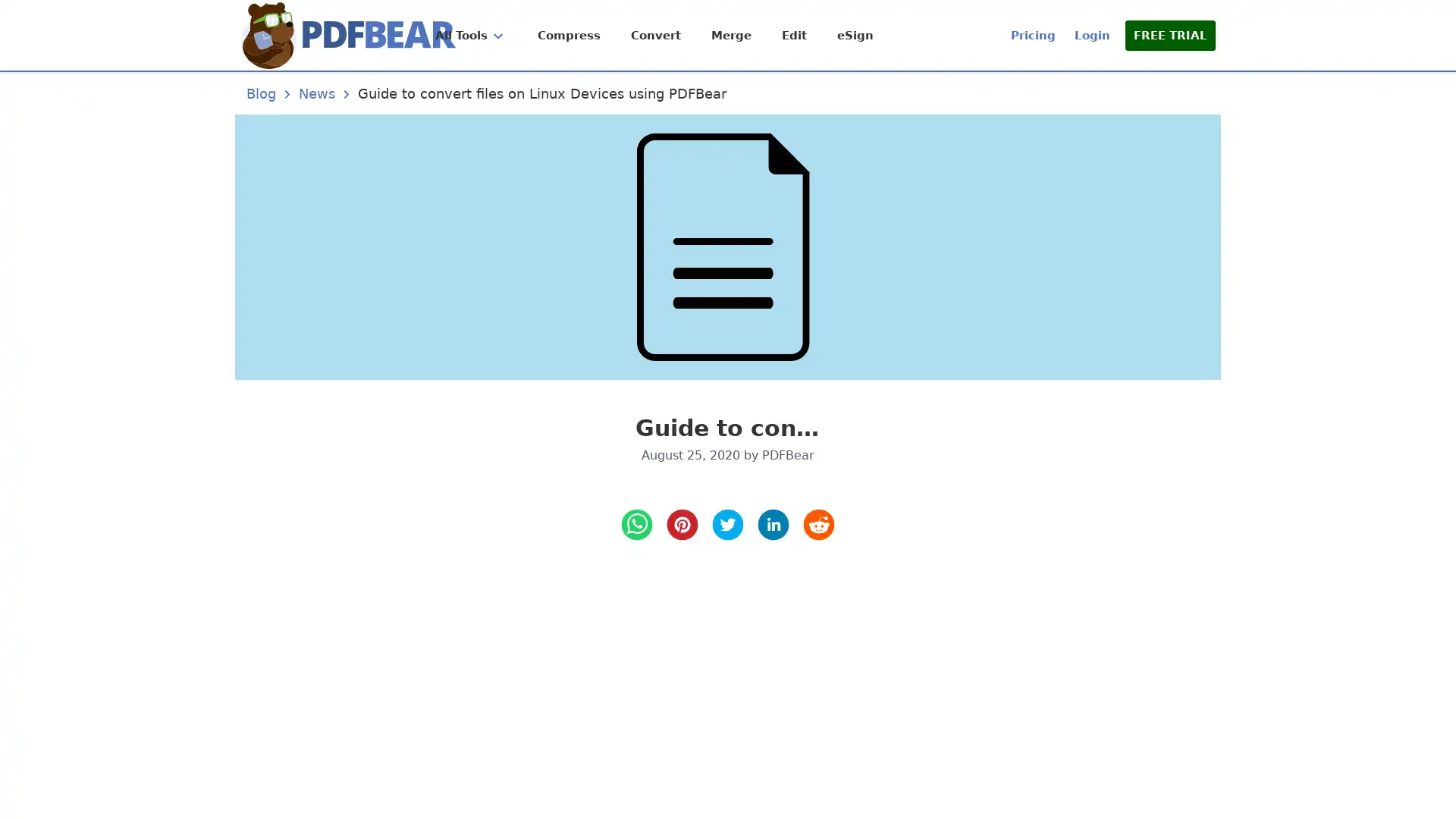  What do you see at coordinates (730, 34) in the screenshot?
I see `Merge` at bounding box center [730, 34].